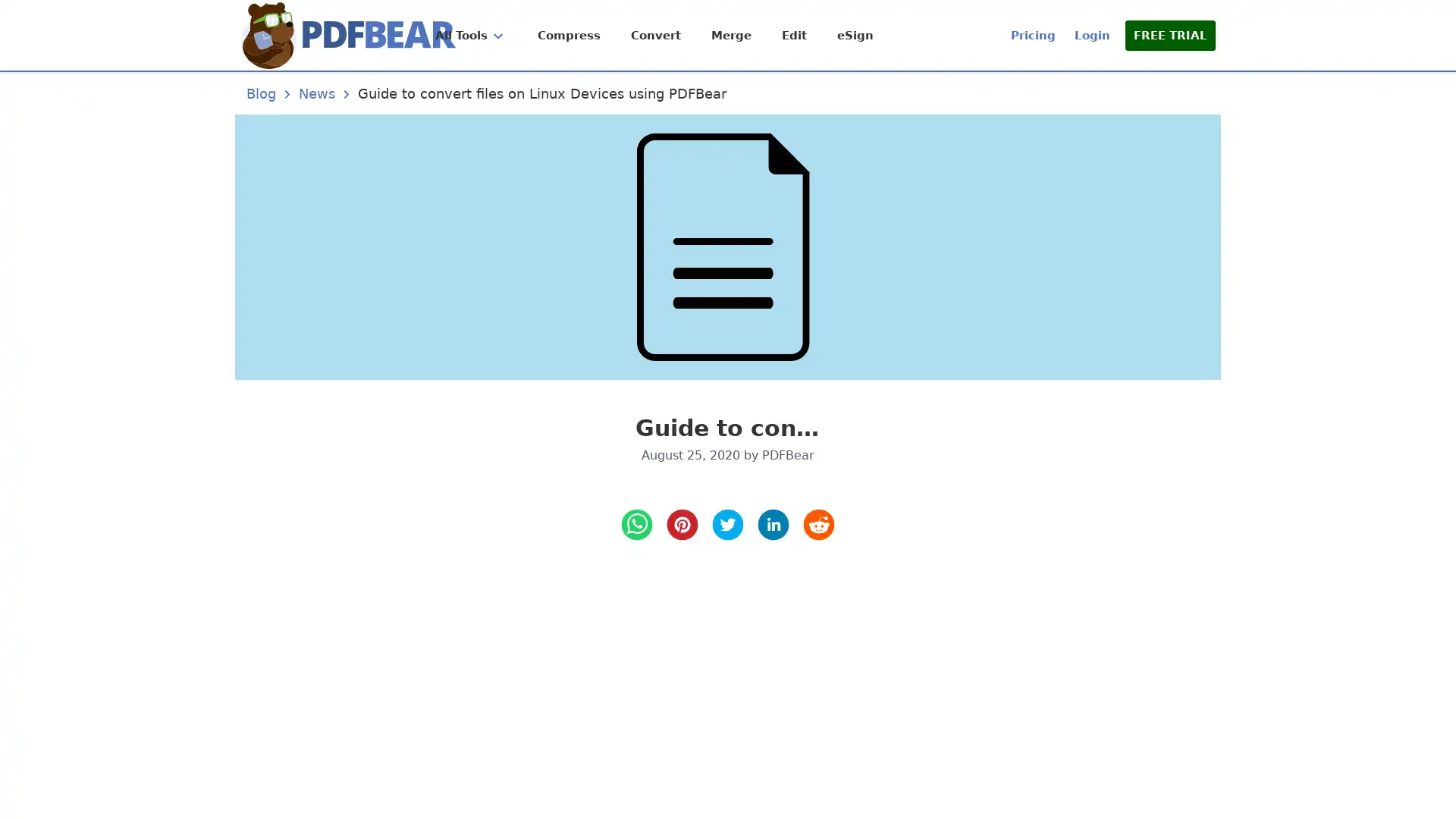  What do you see at coordinates (730, 34) in the screenshot?
I see `Merge` at bounding box center [730, 34].